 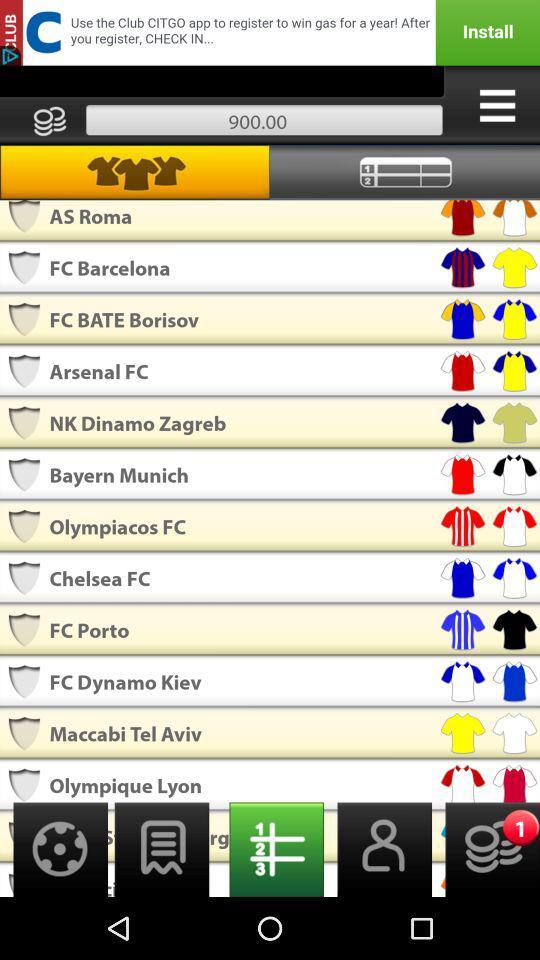 I want to click on the avatar icon, so click(x=378, y=909).